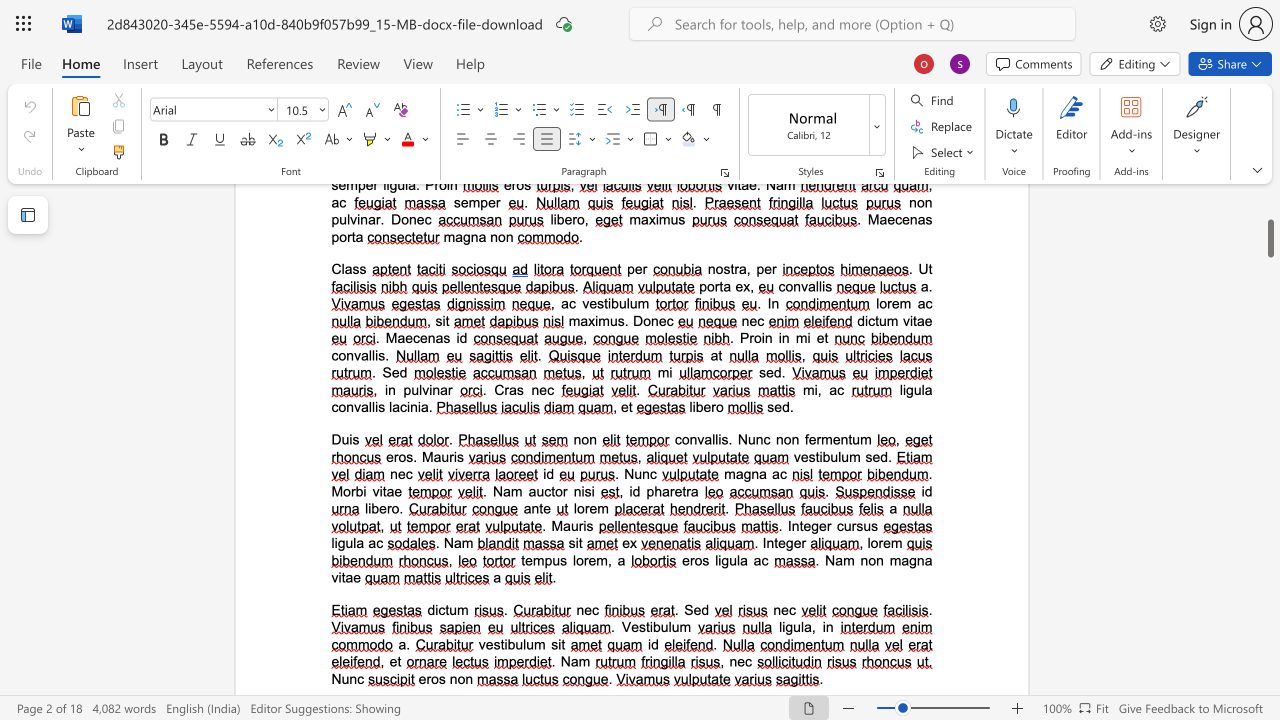  I want to click on the space between the continuous character "r" and "i" in the text, so click(452, 456).